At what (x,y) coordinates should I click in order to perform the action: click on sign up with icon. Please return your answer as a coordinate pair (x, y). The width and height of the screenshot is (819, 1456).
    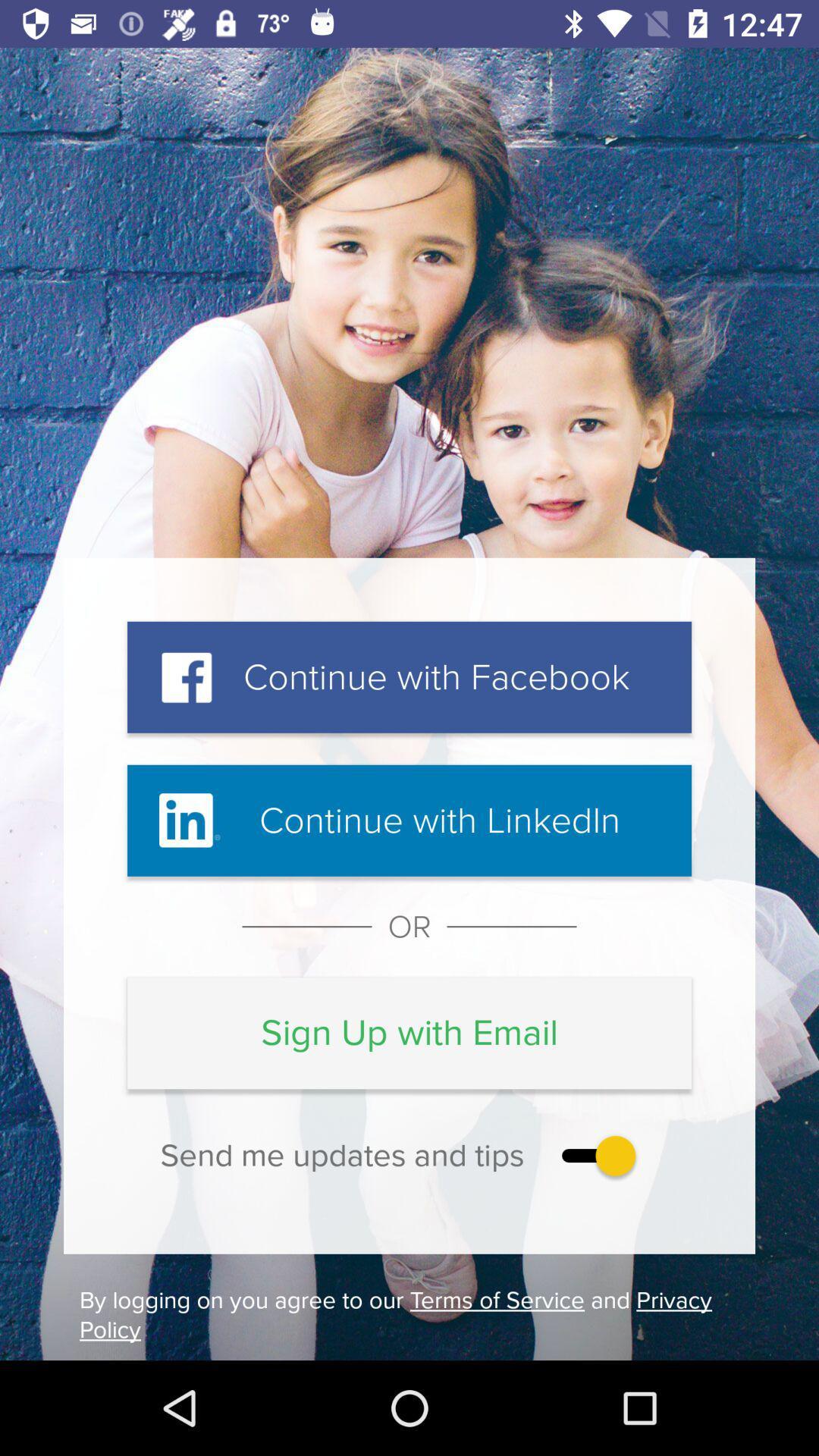
    Looking at the image, I should click on (409, 1032).